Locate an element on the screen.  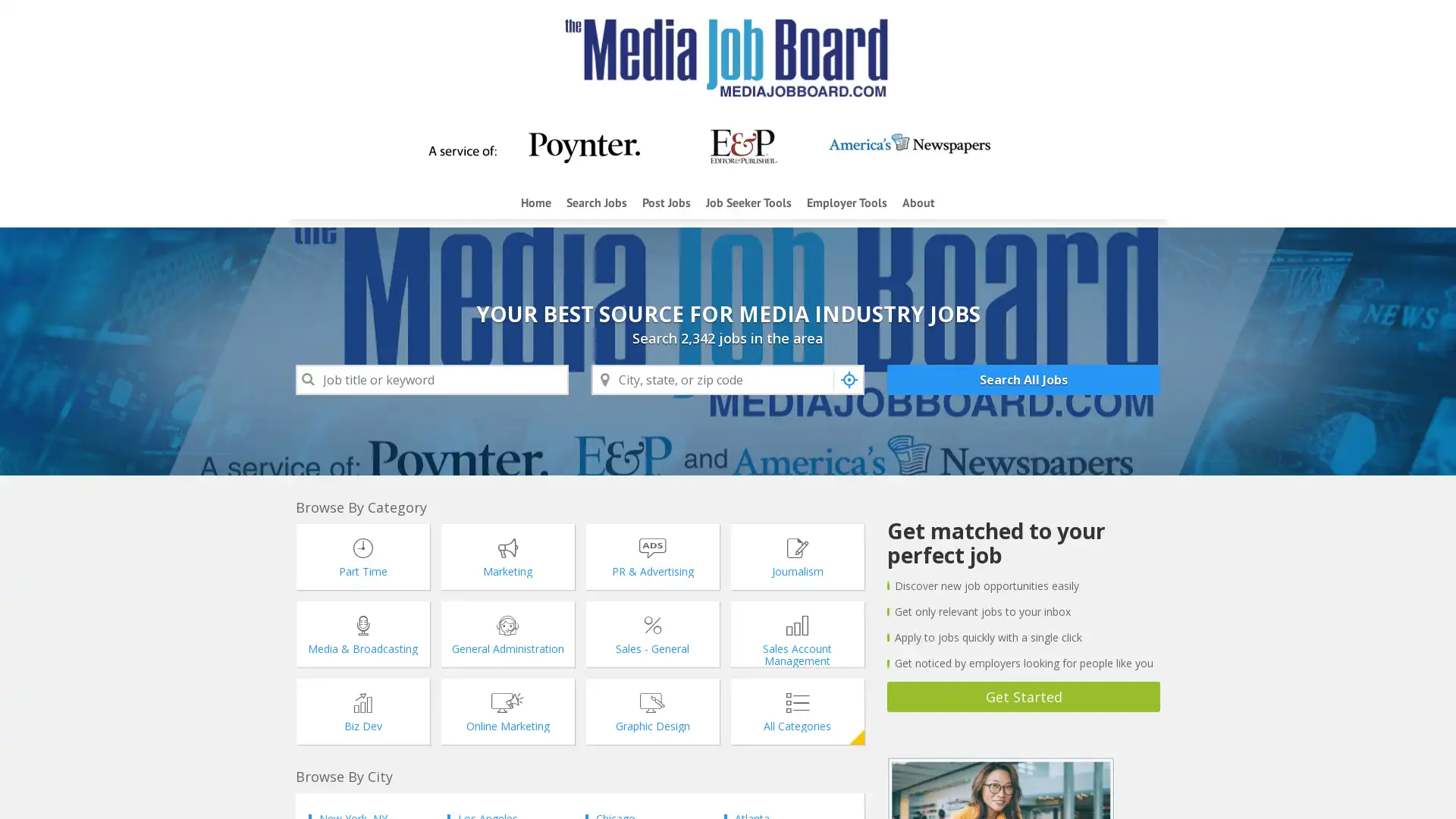
Search All Jobs is located at coordinates (1023, 379).